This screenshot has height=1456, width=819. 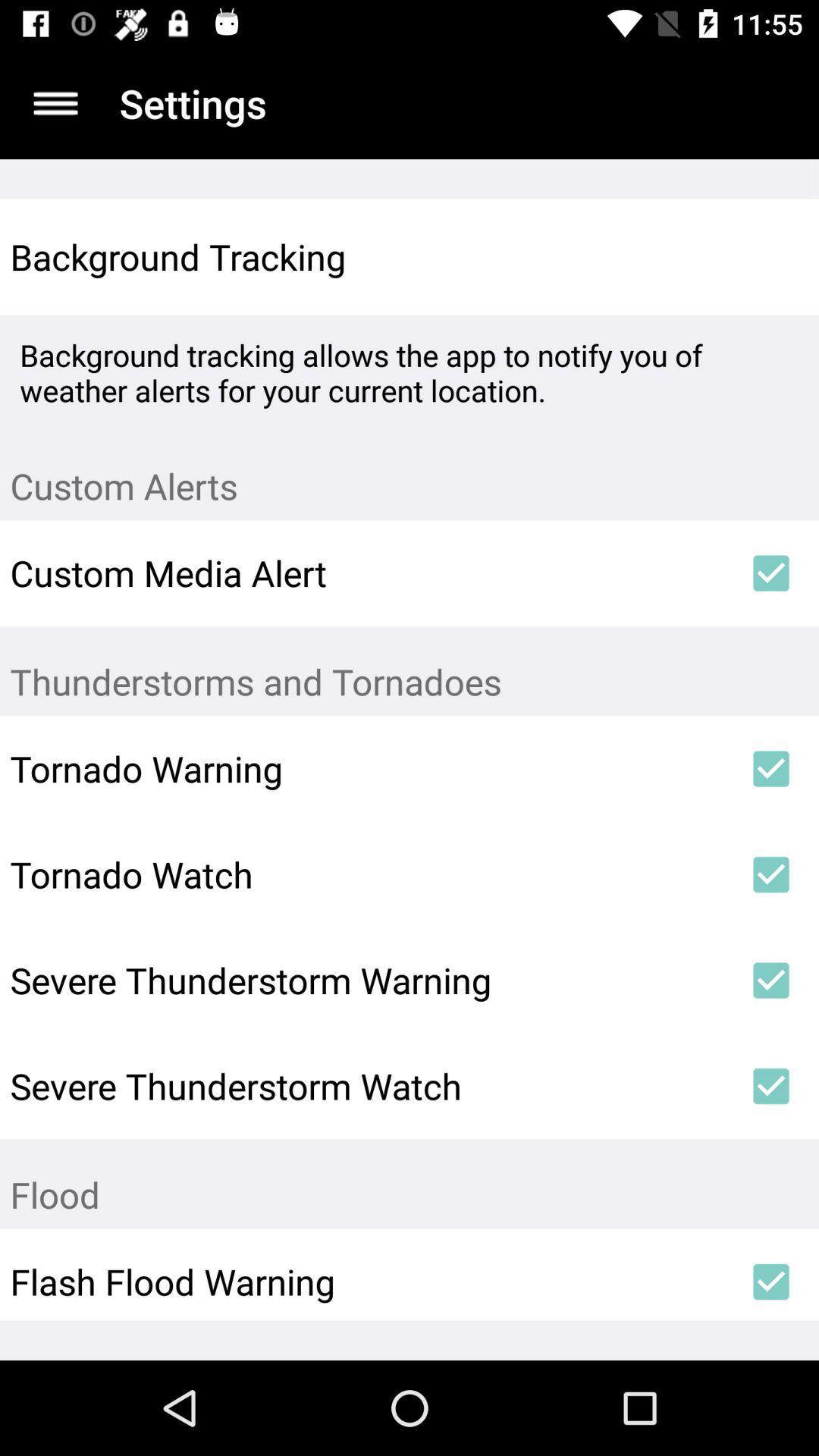 I want to click on the icon below thunderstorms and tornadoes item, so click(x=771, y=768).